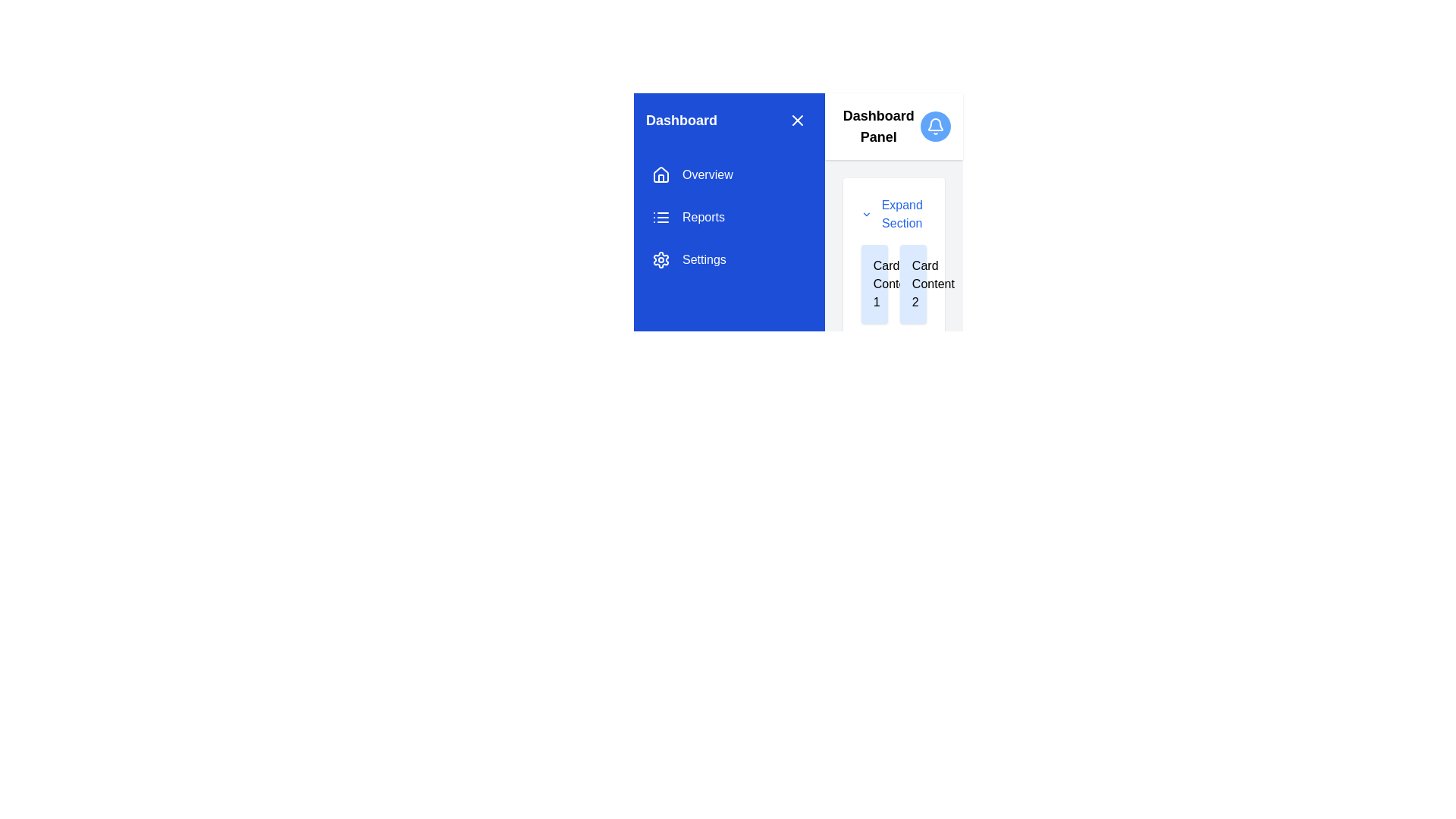 This screenshot has height=819, width=1456. I want to click on the Expandable Panel located in the right panel of the interface, so click(893, 305).